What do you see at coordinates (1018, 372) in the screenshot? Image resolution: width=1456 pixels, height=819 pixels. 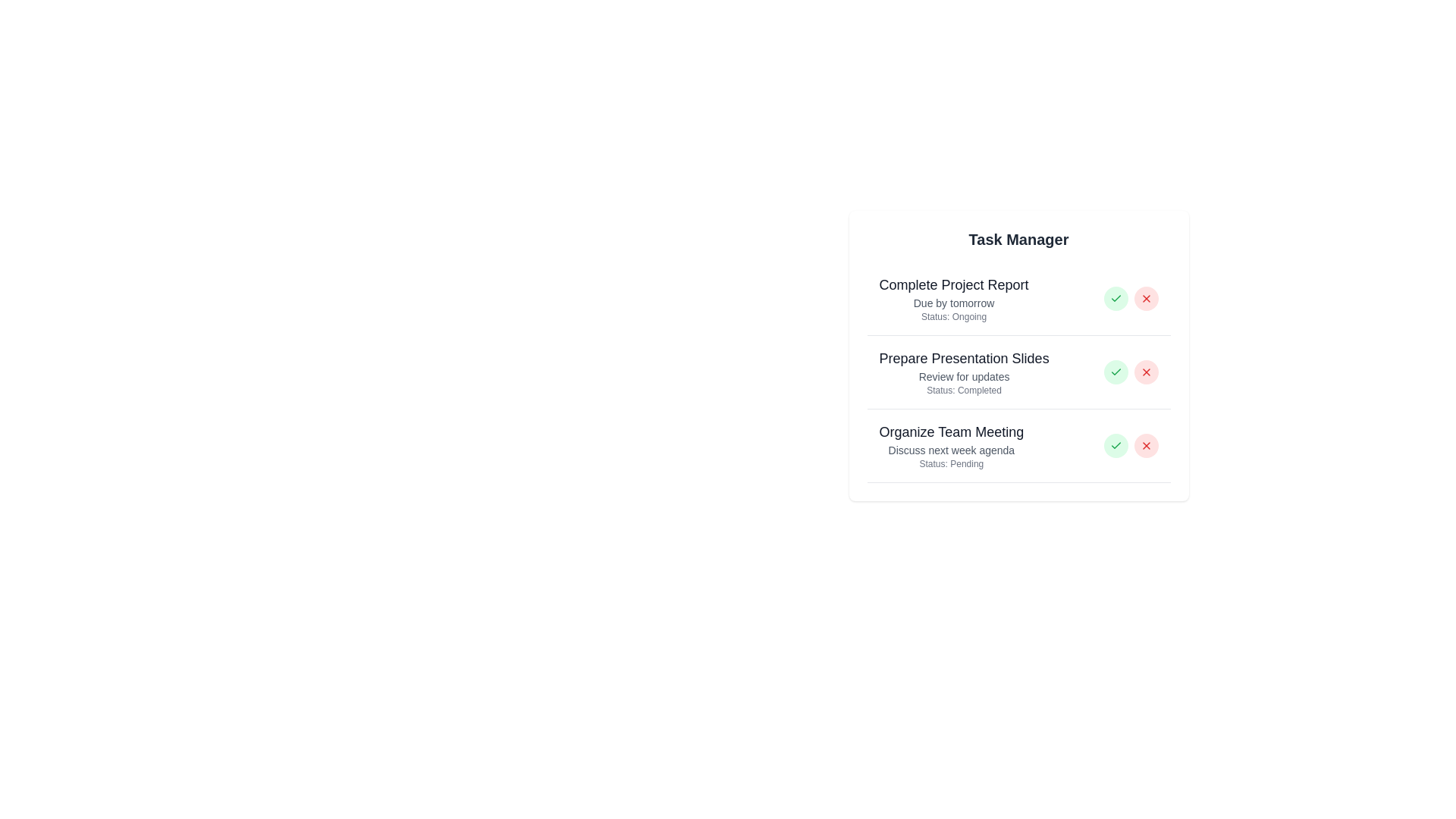 I see `the action icons of the task entry titled 'Prepare Presentation Slides' in the Task Manager to change status or perform related actions` at bounding box center [1018, 372].